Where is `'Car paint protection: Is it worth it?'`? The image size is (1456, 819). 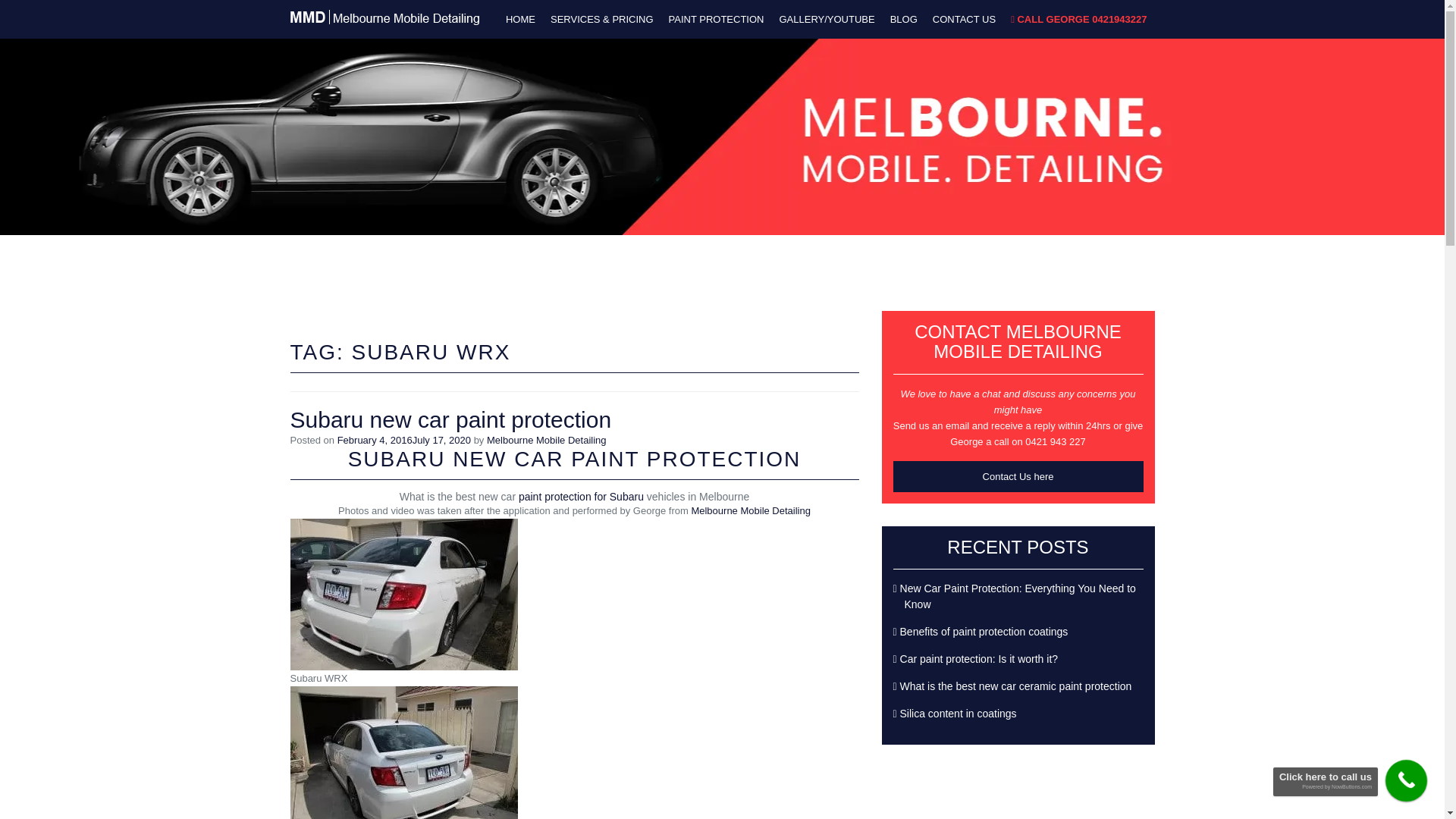 'Car paint protection: Is it worth it?' is located at coordinates (979, 657).